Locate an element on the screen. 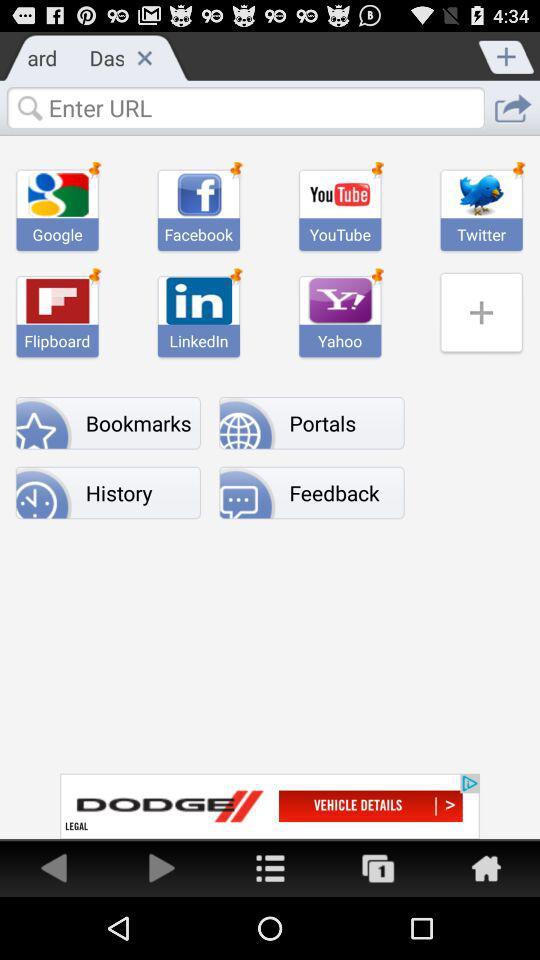  the play icon is located at coordinates (161, 928).